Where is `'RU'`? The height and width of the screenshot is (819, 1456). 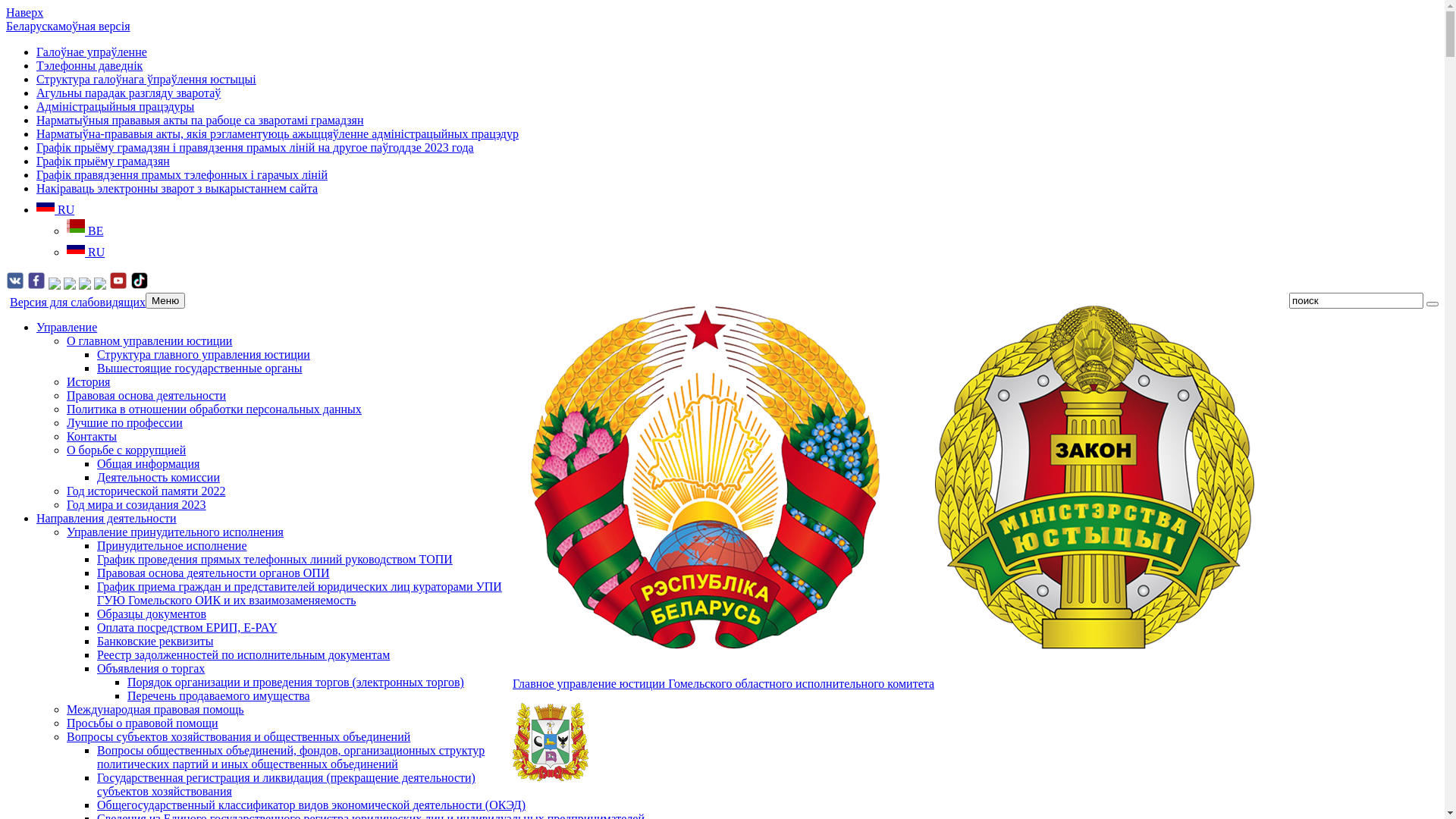
'RU' is located at coordinates (36, 209).